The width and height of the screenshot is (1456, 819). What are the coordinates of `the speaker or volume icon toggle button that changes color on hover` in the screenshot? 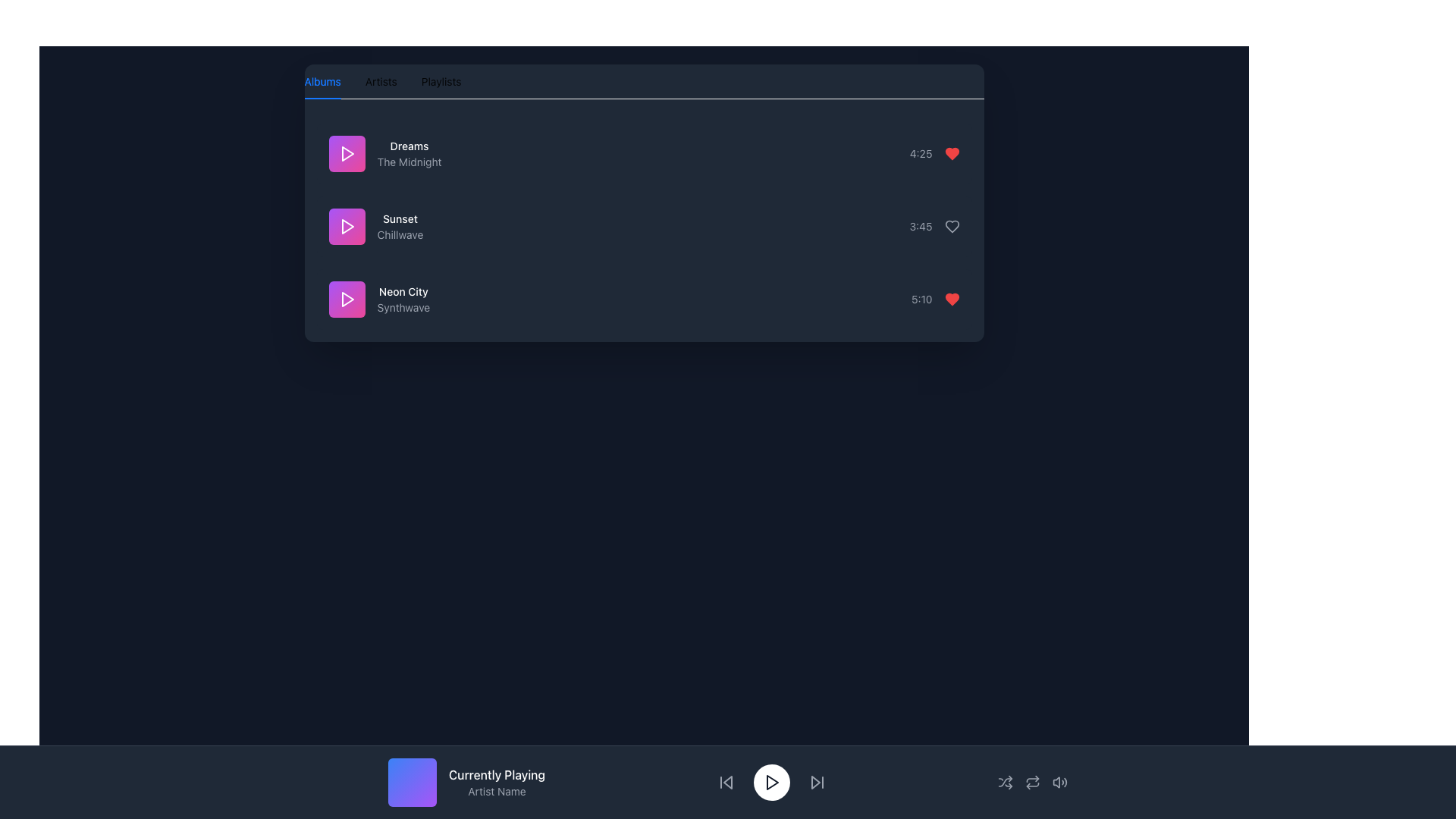 It's located at (1059, 783).